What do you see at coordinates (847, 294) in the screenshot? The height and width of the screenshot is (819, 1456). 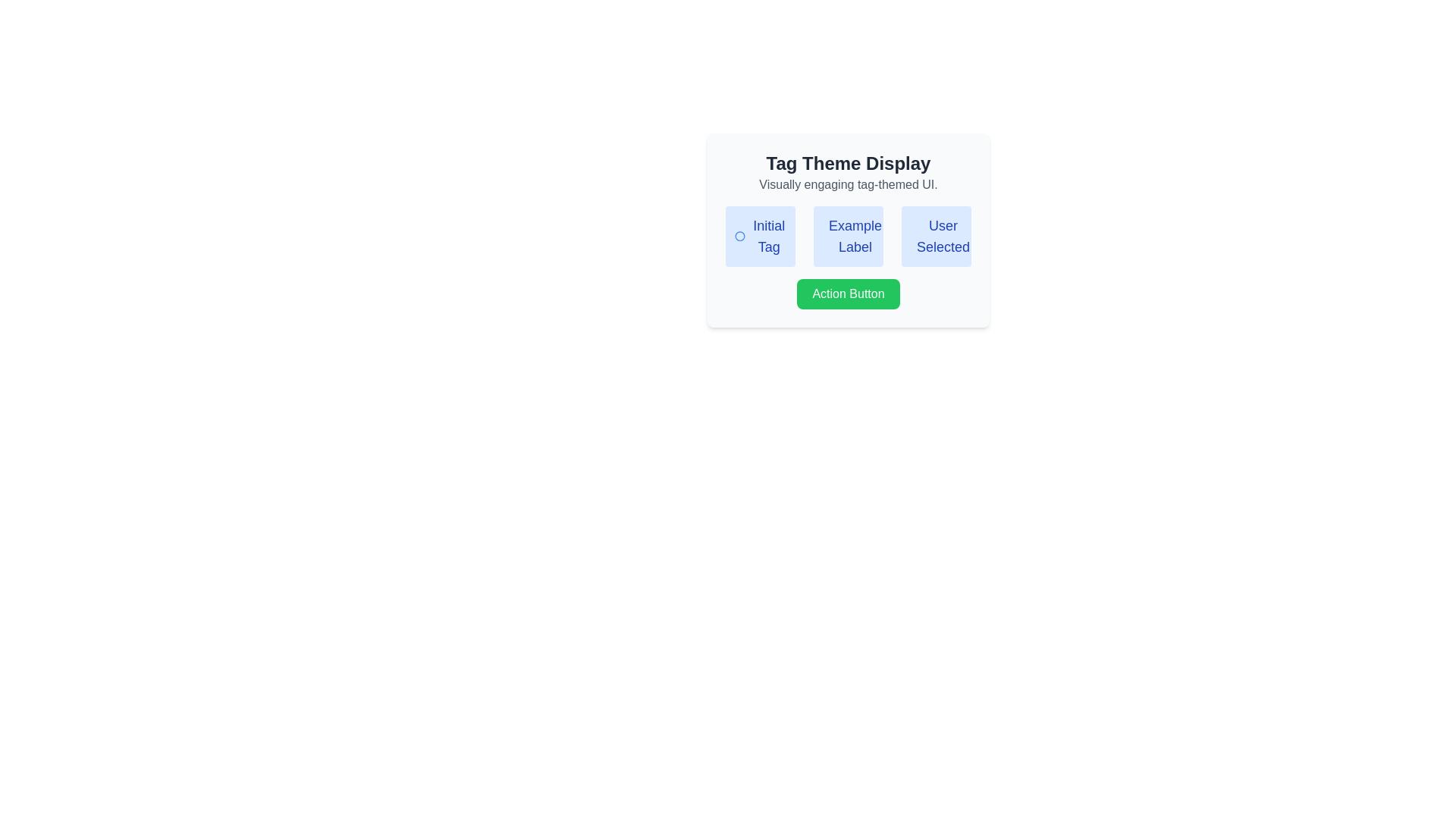 I see `the green 'Action Button' located below the group of three blue-tinted labeled sections` at bounding box center [847, 294].